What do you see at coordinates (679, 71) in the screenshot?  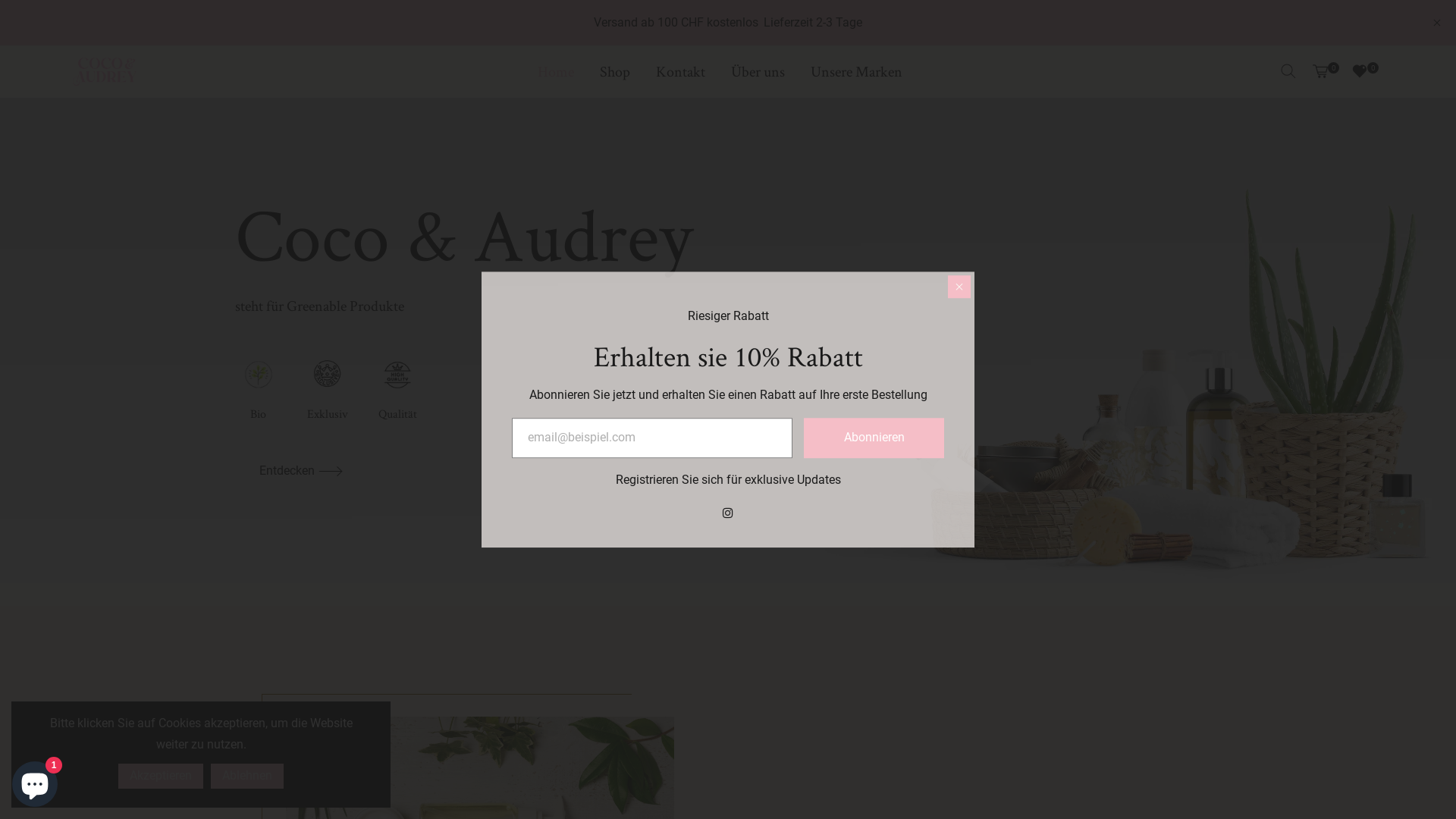 I see `'Kontakt'` at bounding box center [679, 71].